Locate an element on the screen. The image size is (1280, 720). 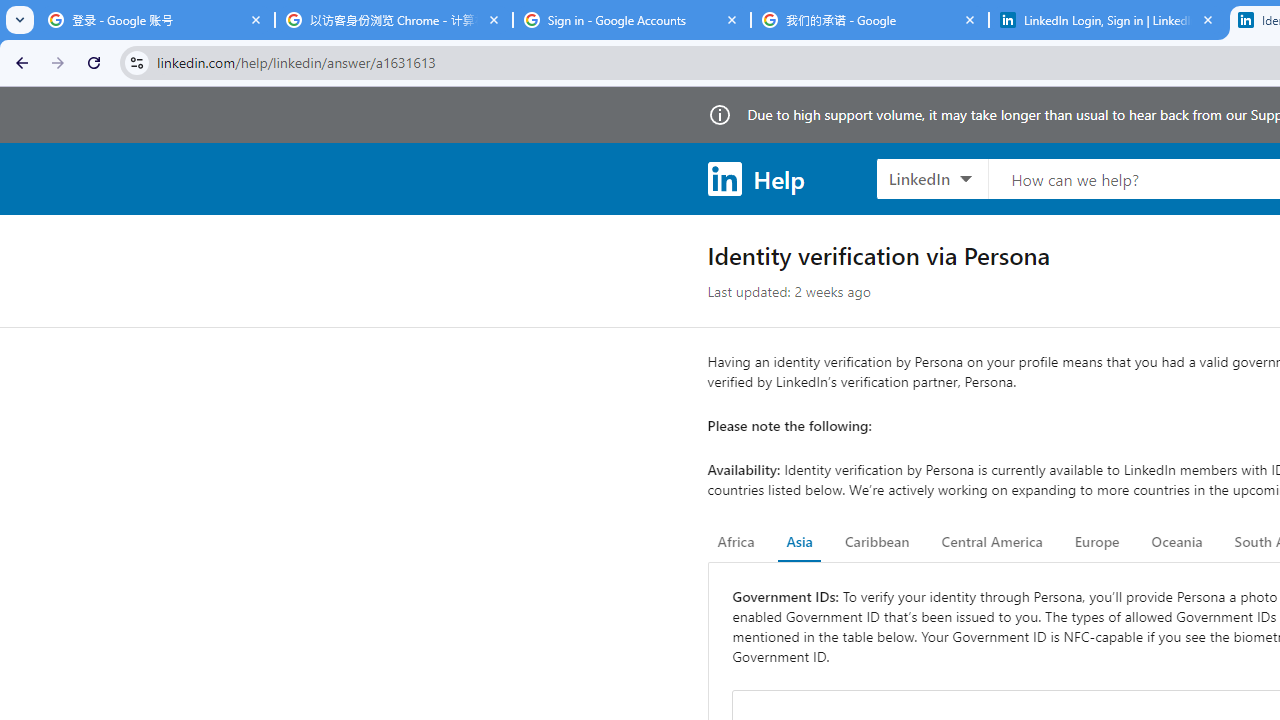
'Europe' is located at coordinates (1095, 542).